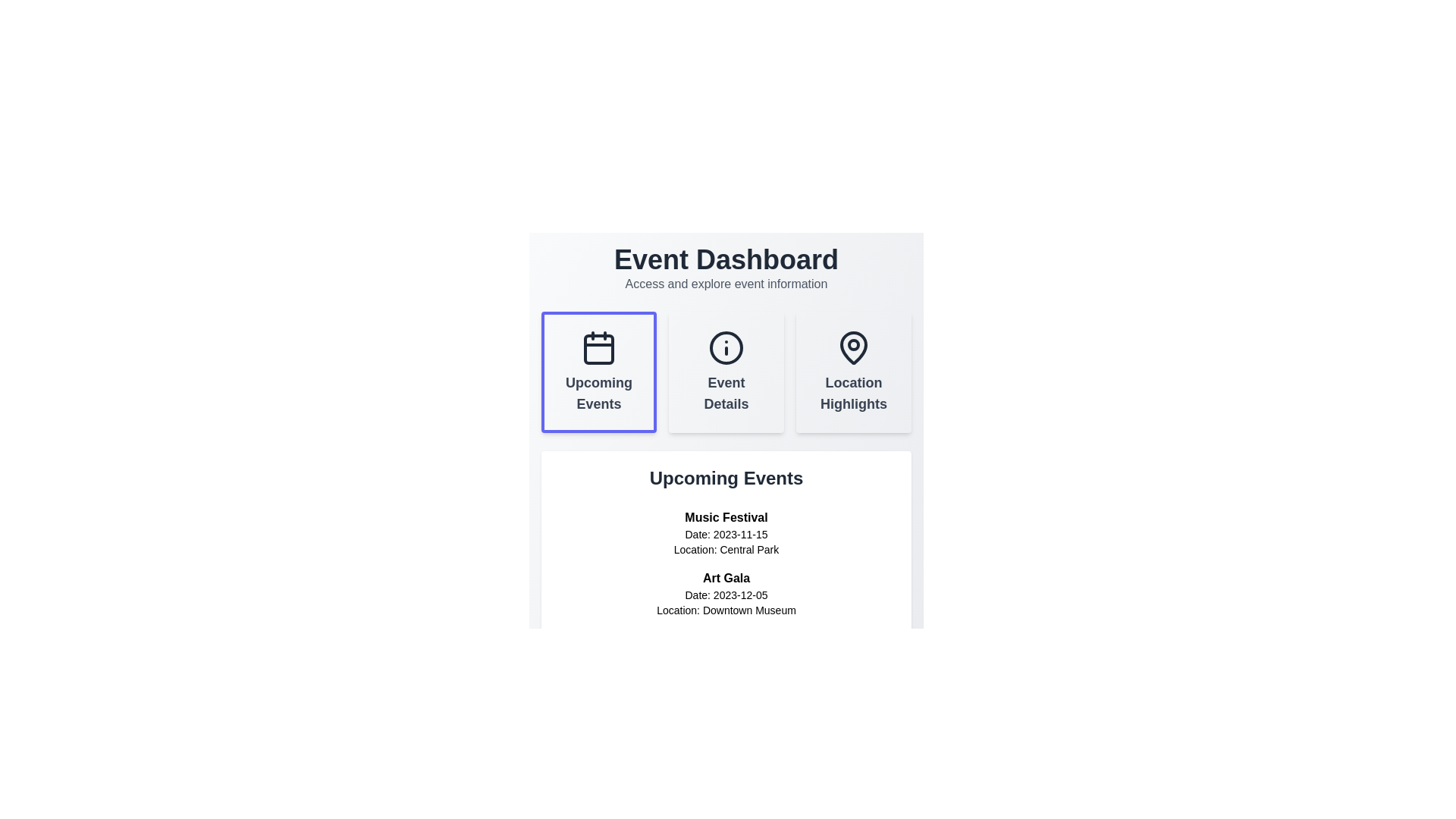 Image resolution: width=1456 pixels, height=819 pixels. What do you see at coordinates (726, 348) in the screenshot?
I see `the circular graphical element representing 'Event Details', located in the top center section of the interface` at bounding box center [726, 348].